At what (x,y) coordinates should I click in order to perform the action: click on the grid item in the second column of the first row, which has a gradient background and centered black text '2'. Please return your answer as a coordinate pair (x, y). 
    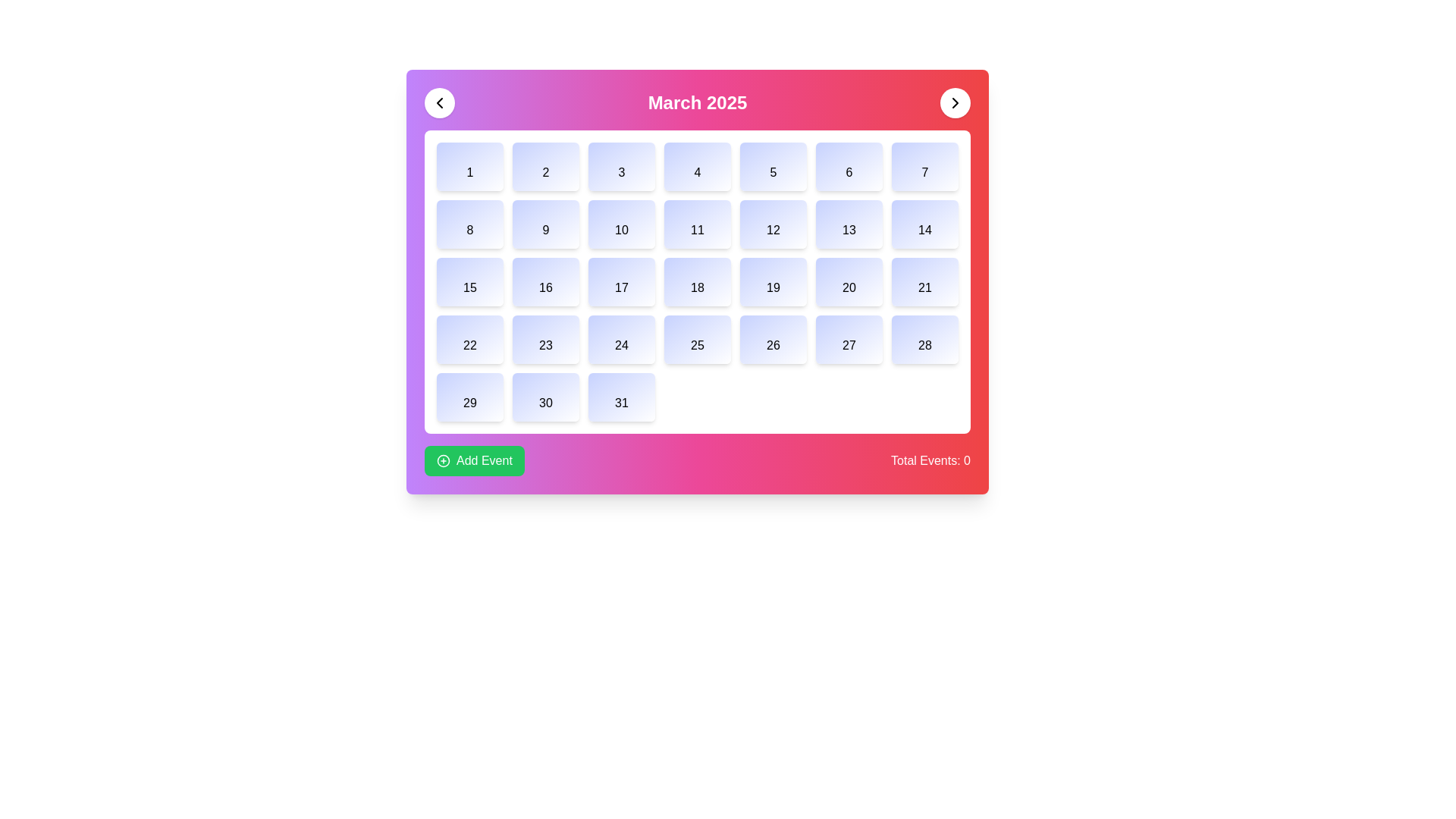
    Looking at the image, I should click on (546, 166).